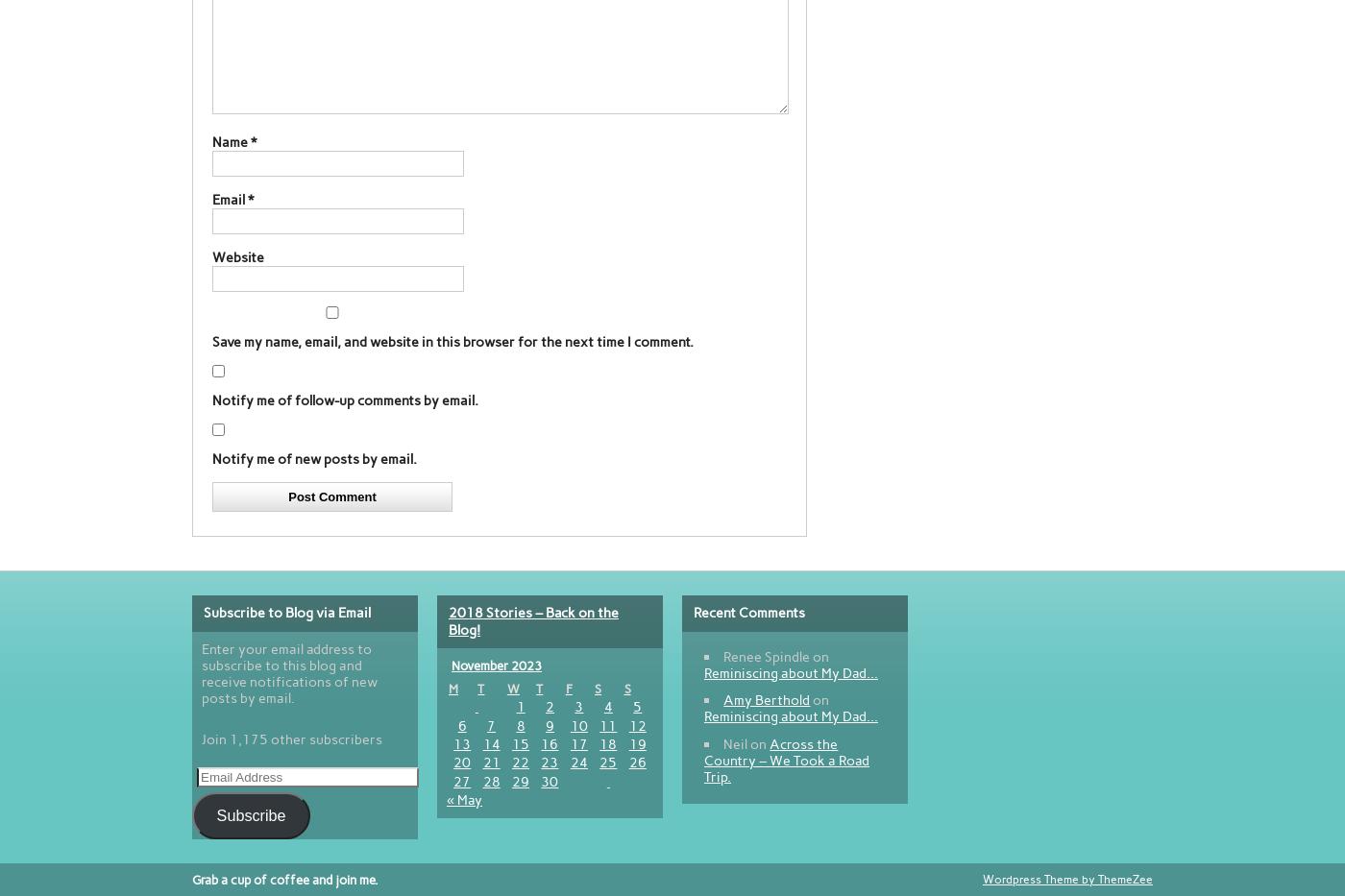 The width and height of the screenshot is (1345, 896). Describe the element at coordinates (451, 665) in the screenshot. I see `'November 2023'` at that location.